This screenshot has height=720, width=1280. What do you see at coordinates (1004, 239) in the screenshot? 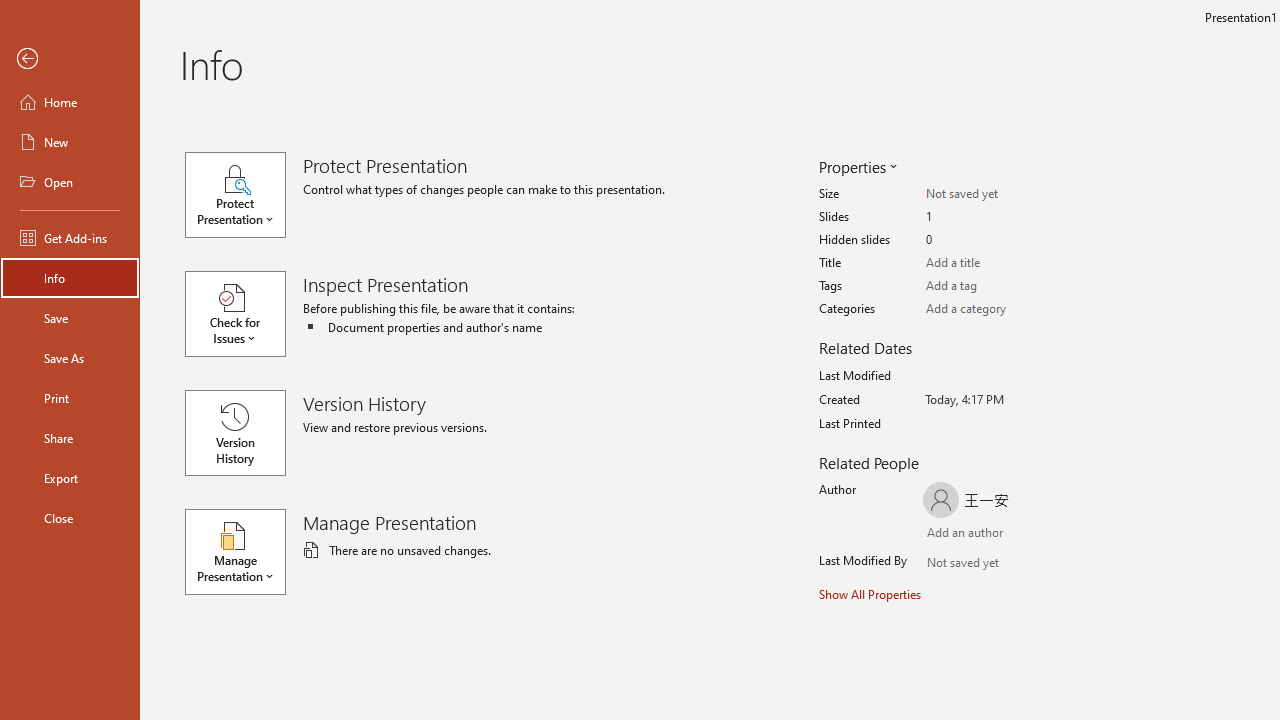
I see `'Hidden slides'` at bounding box center [1004, 239].